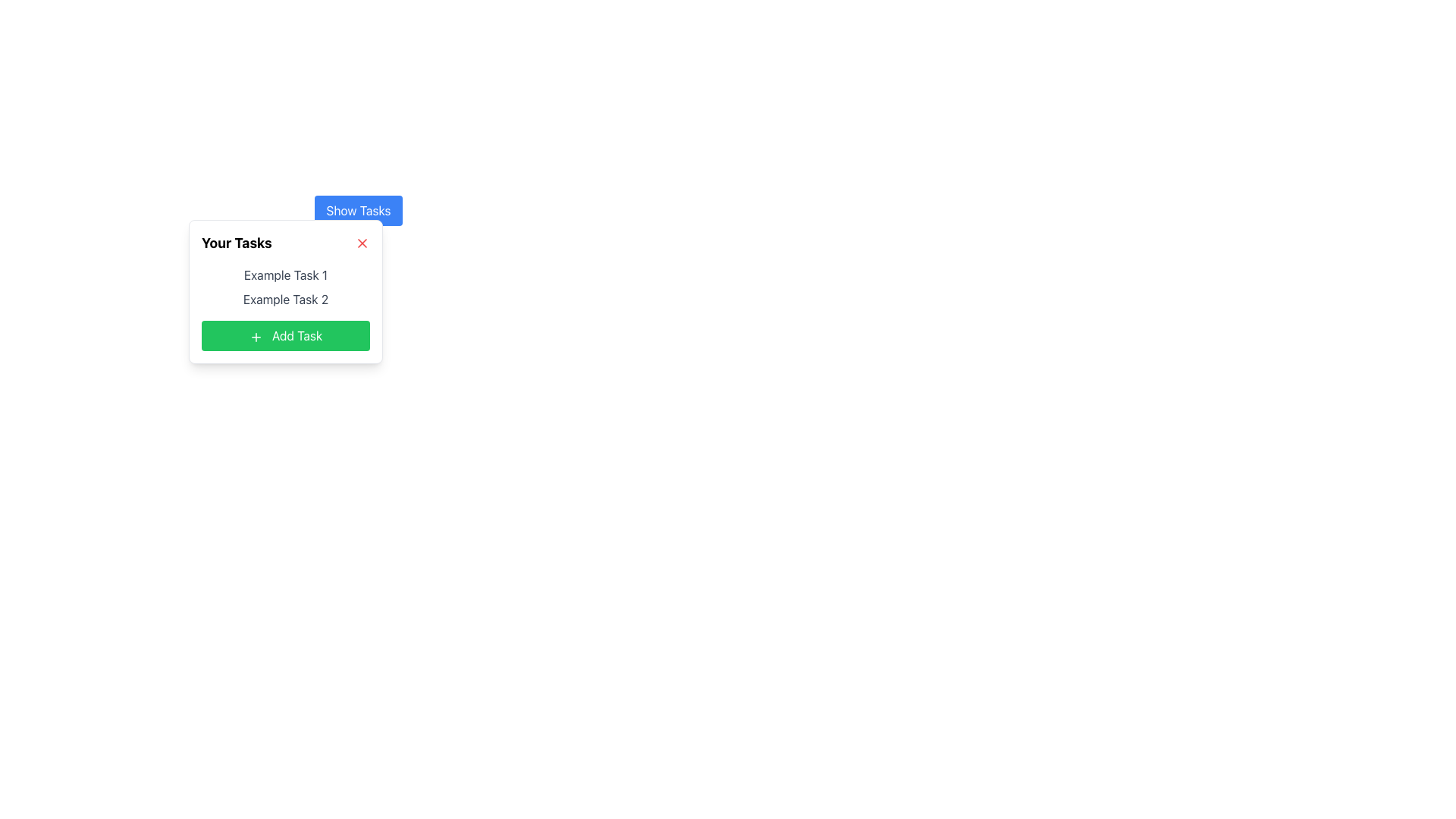  What do you see at coordinates (286, 335) in the screenshot?
I see `the 'Add Task' button located at the bottom of the task list by navigating via keyboard` at bounding box center [286, 335].